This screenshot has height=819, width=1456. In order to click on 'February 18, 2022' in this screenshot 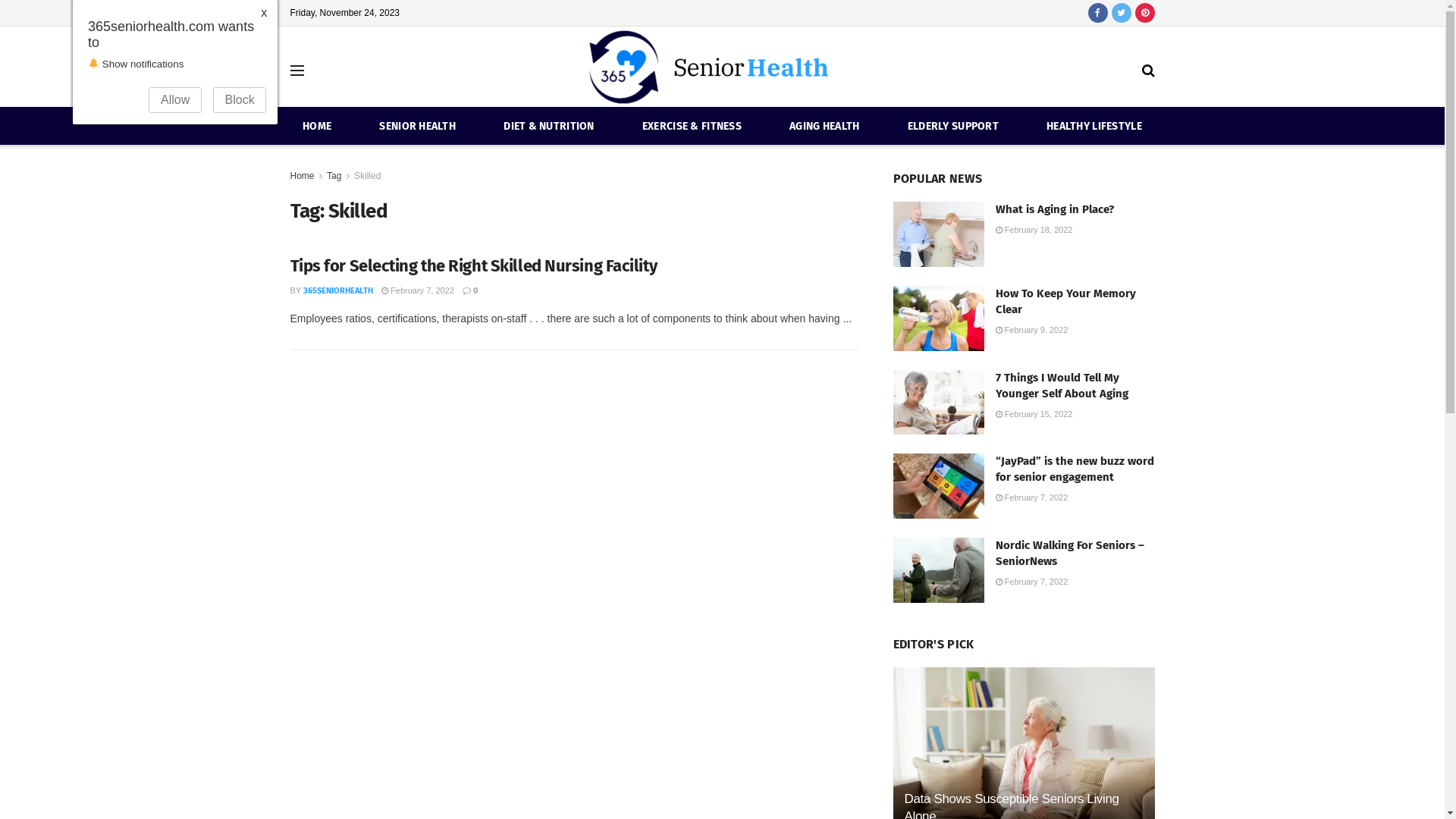, I will do `click(1033, 230)`.